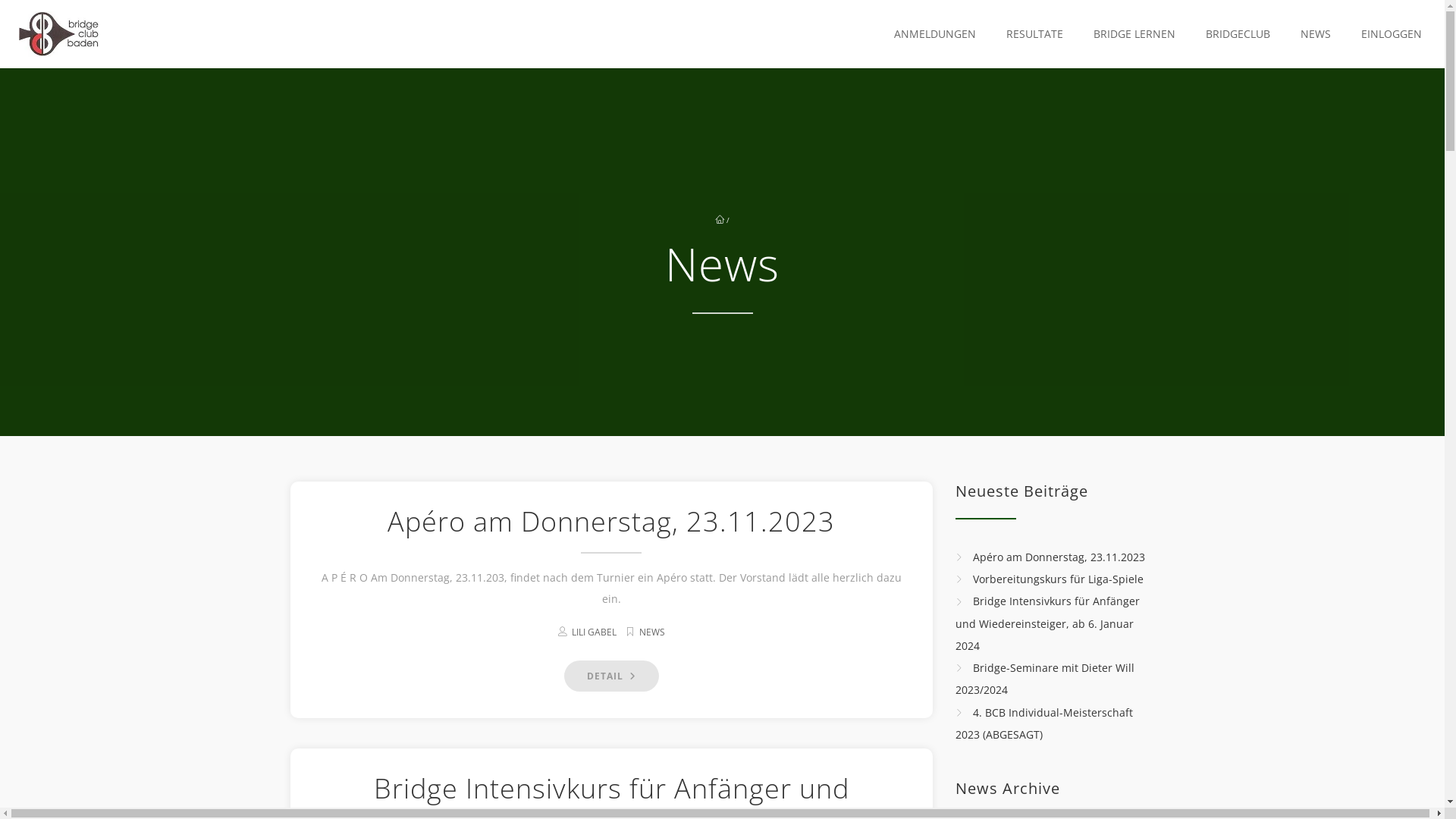  What do you see at coordinates (1387, 34) in the screenshot?
I see `'EINLOGGEN'` at bounding box center [1387, 34].